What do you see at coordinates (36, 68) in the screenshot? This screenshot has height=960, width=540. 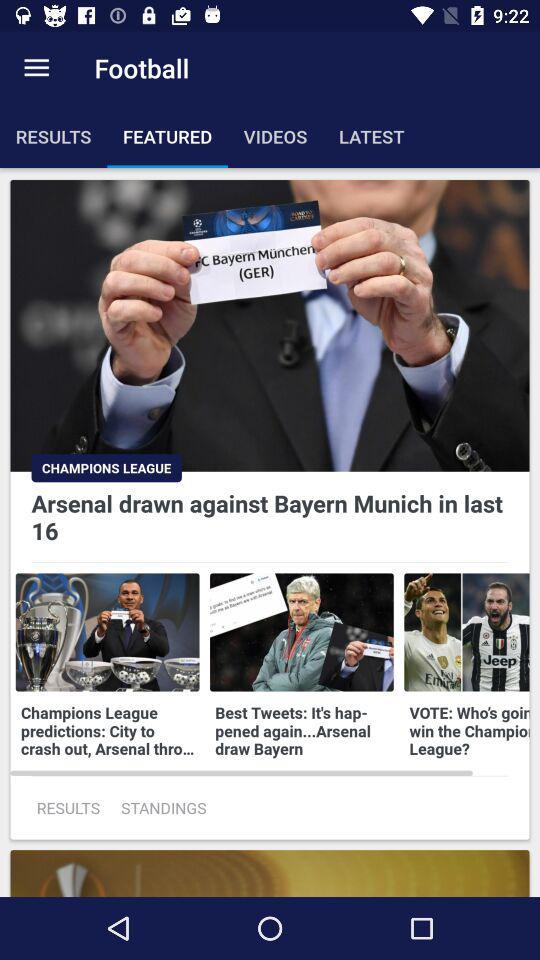 I see `the icon above results item` at bounding box center [36, 68].